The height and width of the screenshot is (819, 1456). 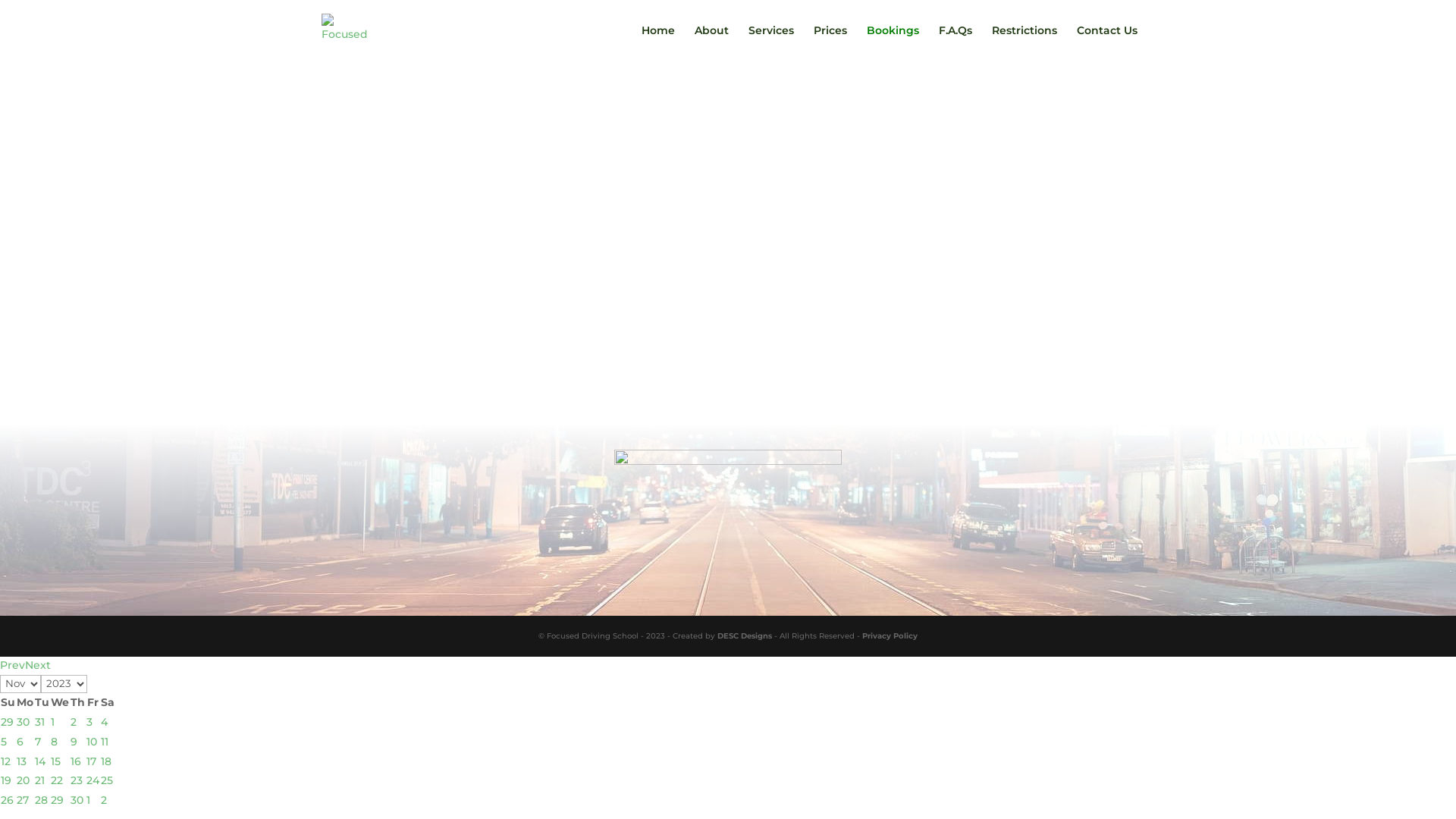 I want to click on 'About', so click(x=711, y=42).